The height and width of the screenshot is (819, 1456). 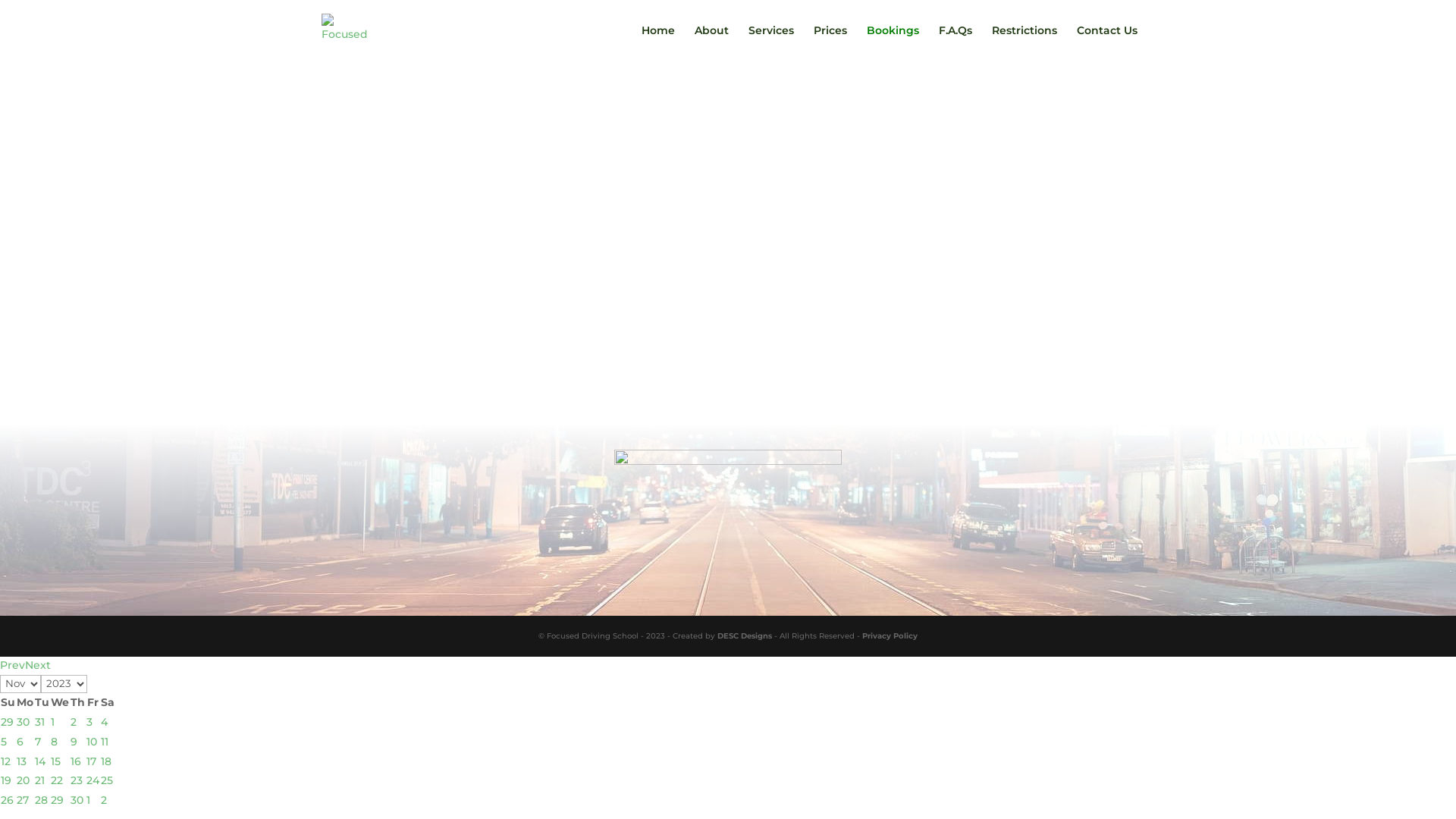 I want to click on 'About', so click(x=711, y=42).